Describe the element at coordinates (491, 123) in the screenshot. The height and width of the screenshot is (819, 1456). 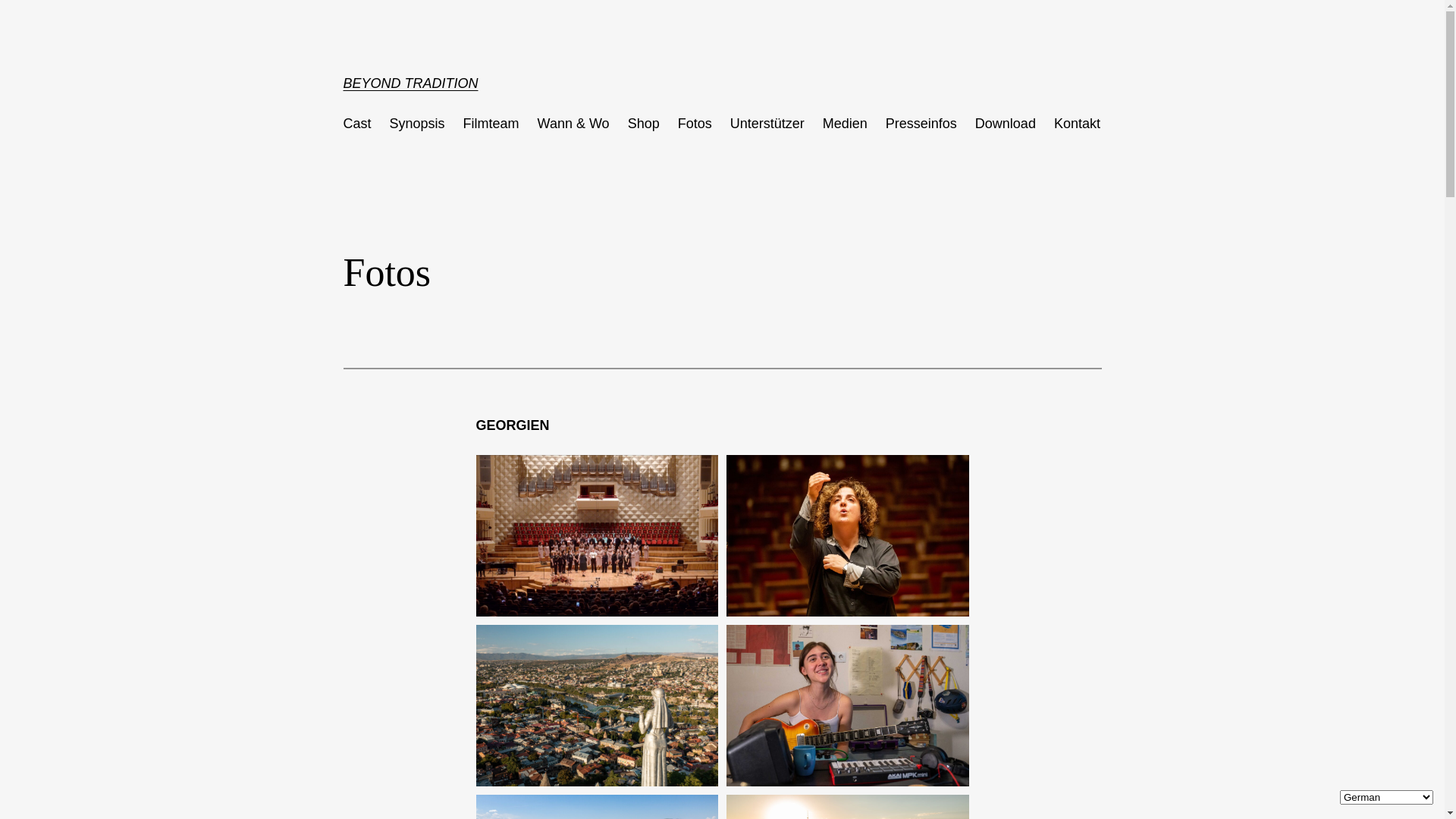
I see `'Filmteam'` at that location.